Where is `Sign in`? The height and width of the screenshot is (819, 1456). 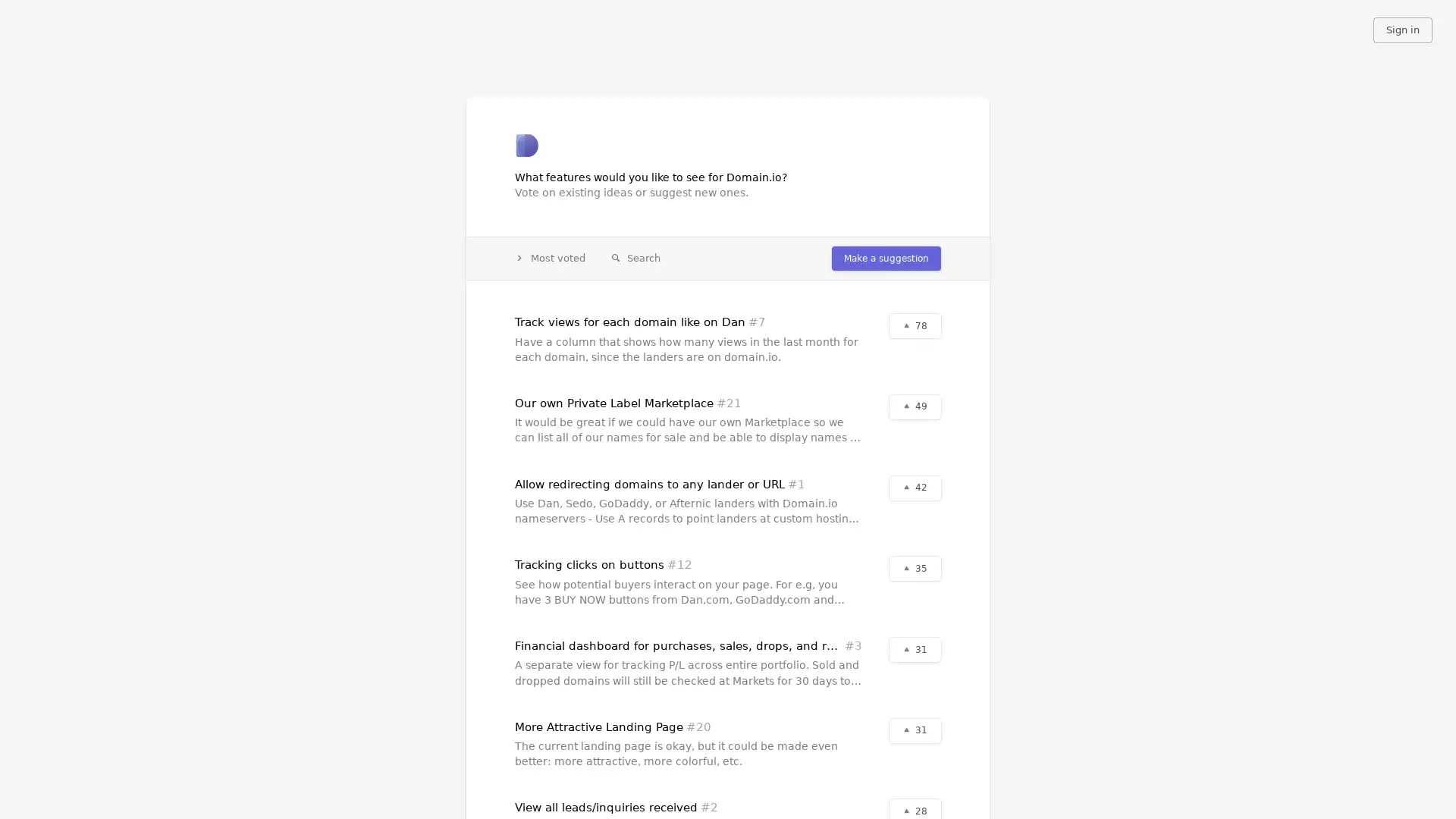 Sign in is located at coordinates (1401, 30).